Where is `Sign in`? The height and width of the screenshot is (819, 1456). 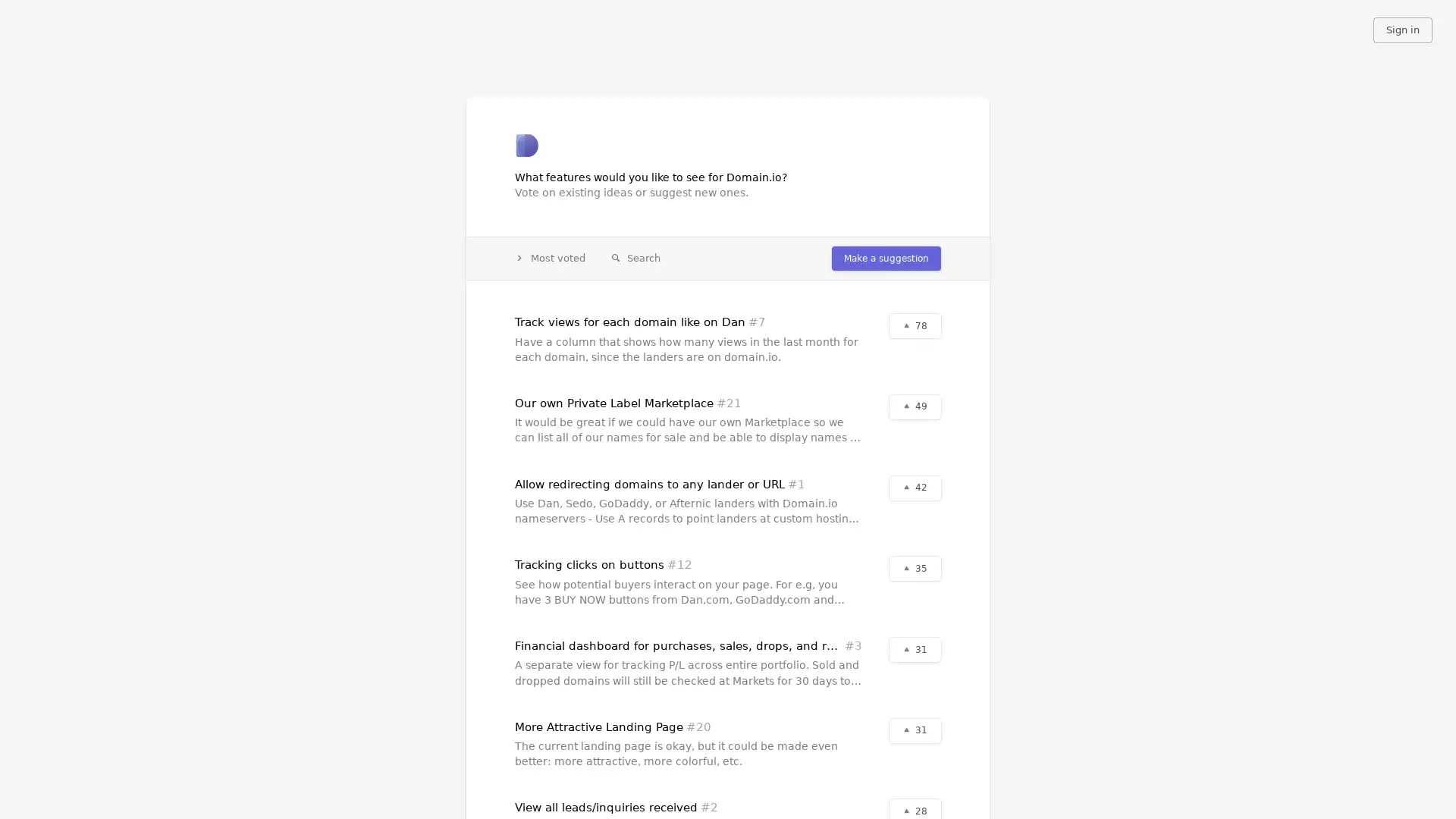 Sign in is located at coordinates (1401, 30).